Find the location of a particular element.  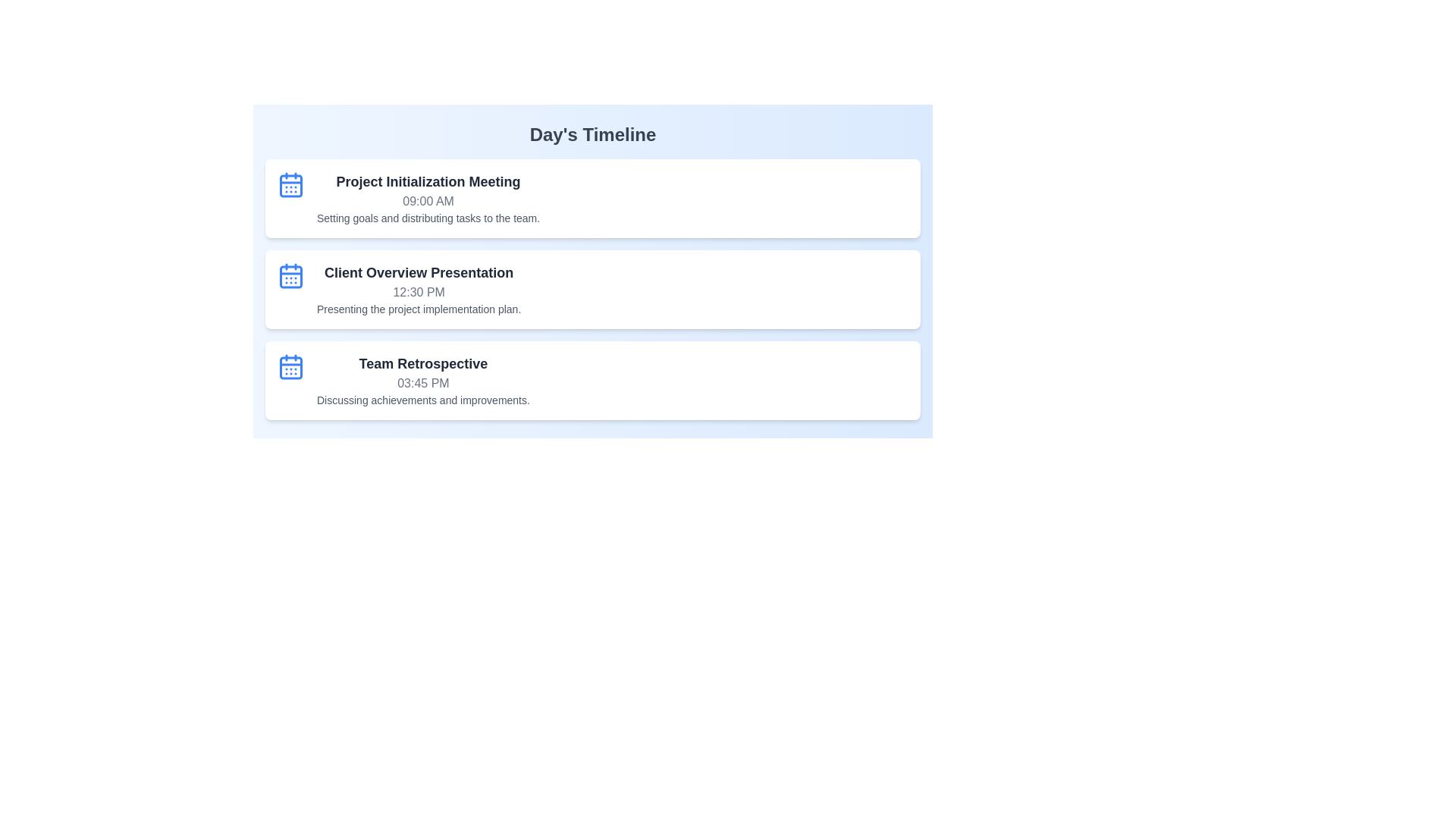

timestamp text label displaying '03:45 PM', which is styled in gray and positioned between the title 'Team Retrospective' and the subtitle 'Discussing achievements and improvements.' is located at coordinates (423, 382).